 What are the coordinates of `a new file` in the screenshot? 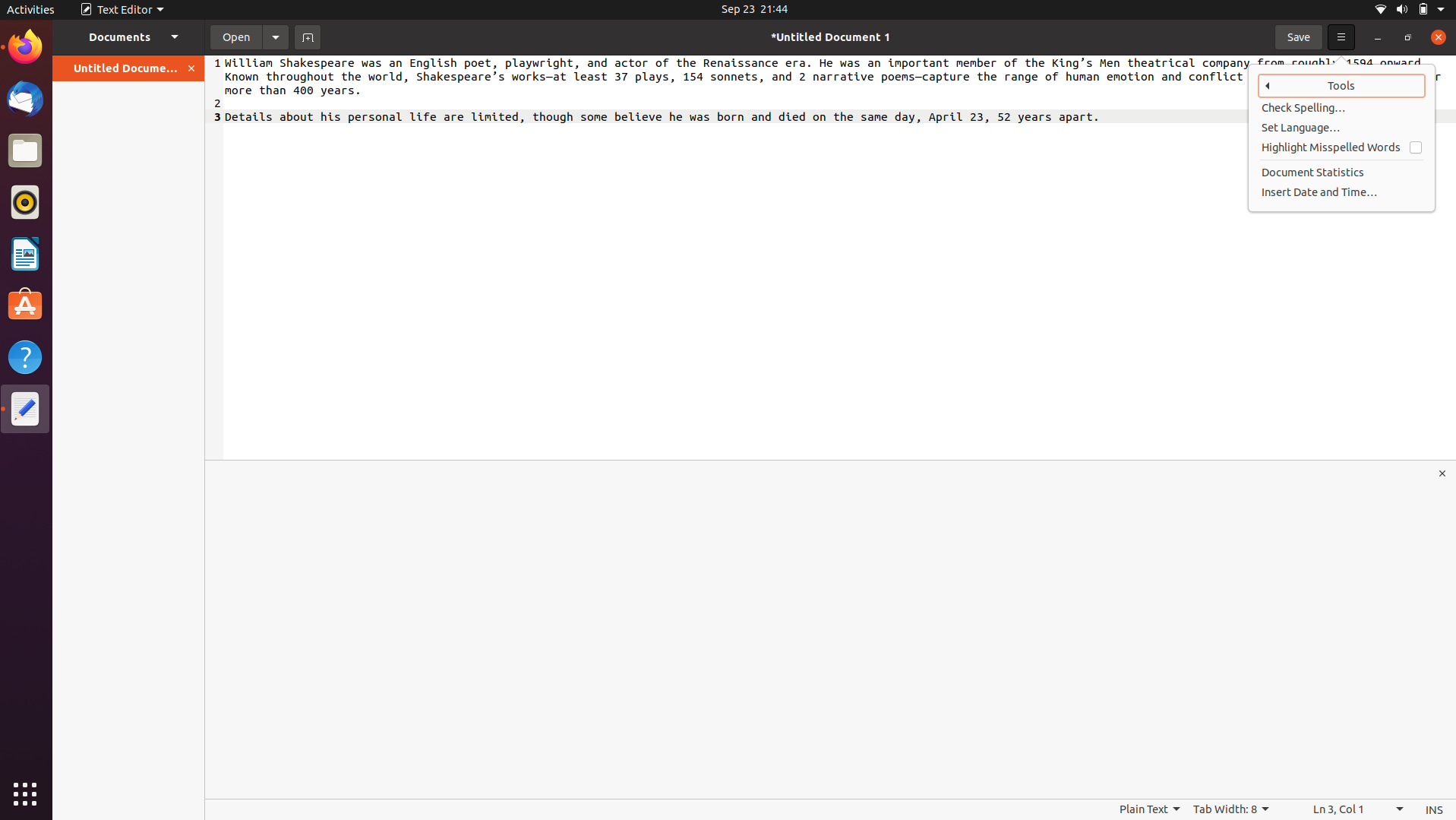 It's located at (307, 36).